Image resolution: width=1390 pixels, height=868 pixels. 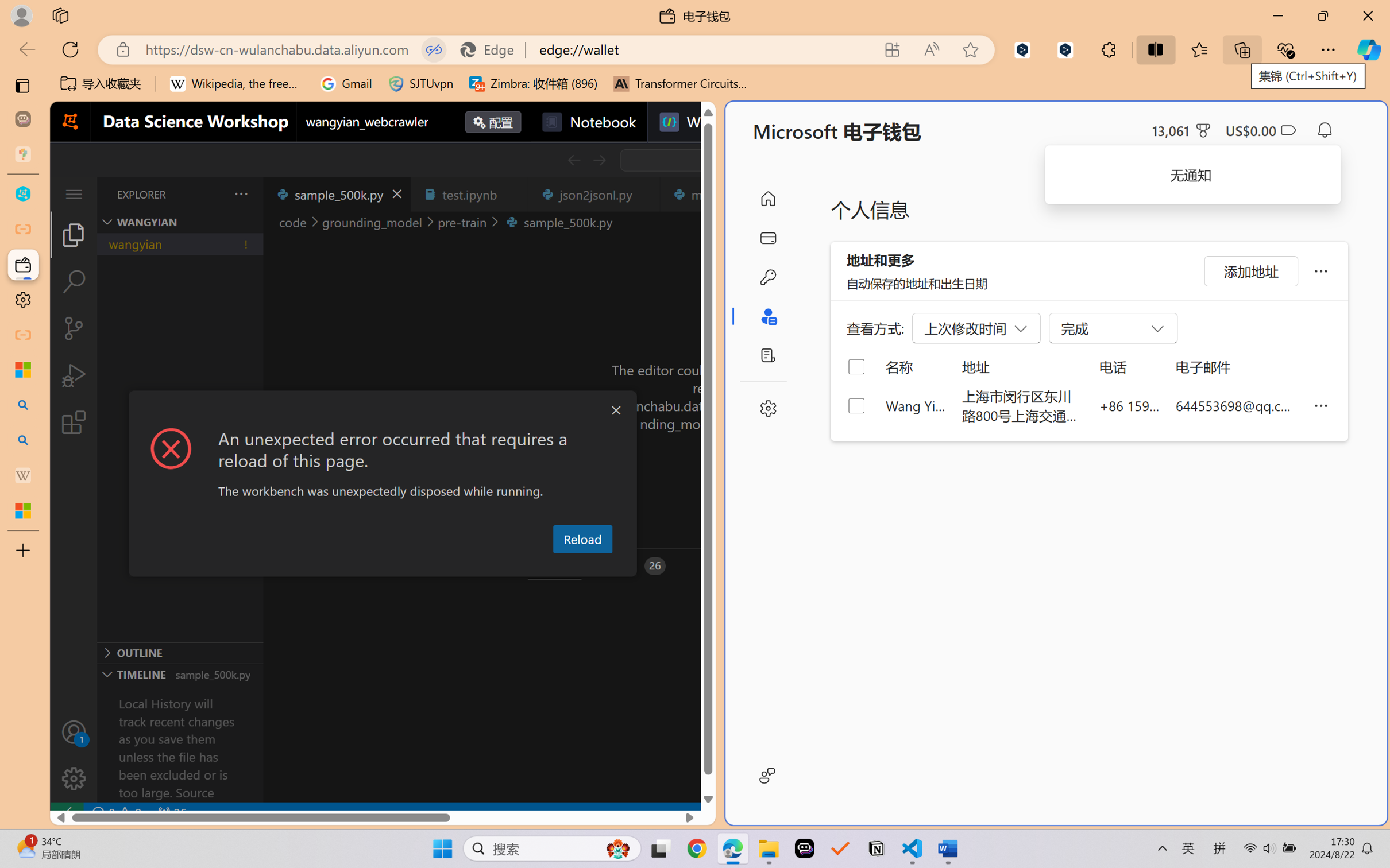 What do you see at coordinates (73, 731) in the screenshot?
I see `'Accounts - Sign in requested'` at bounding box center [73, 731].